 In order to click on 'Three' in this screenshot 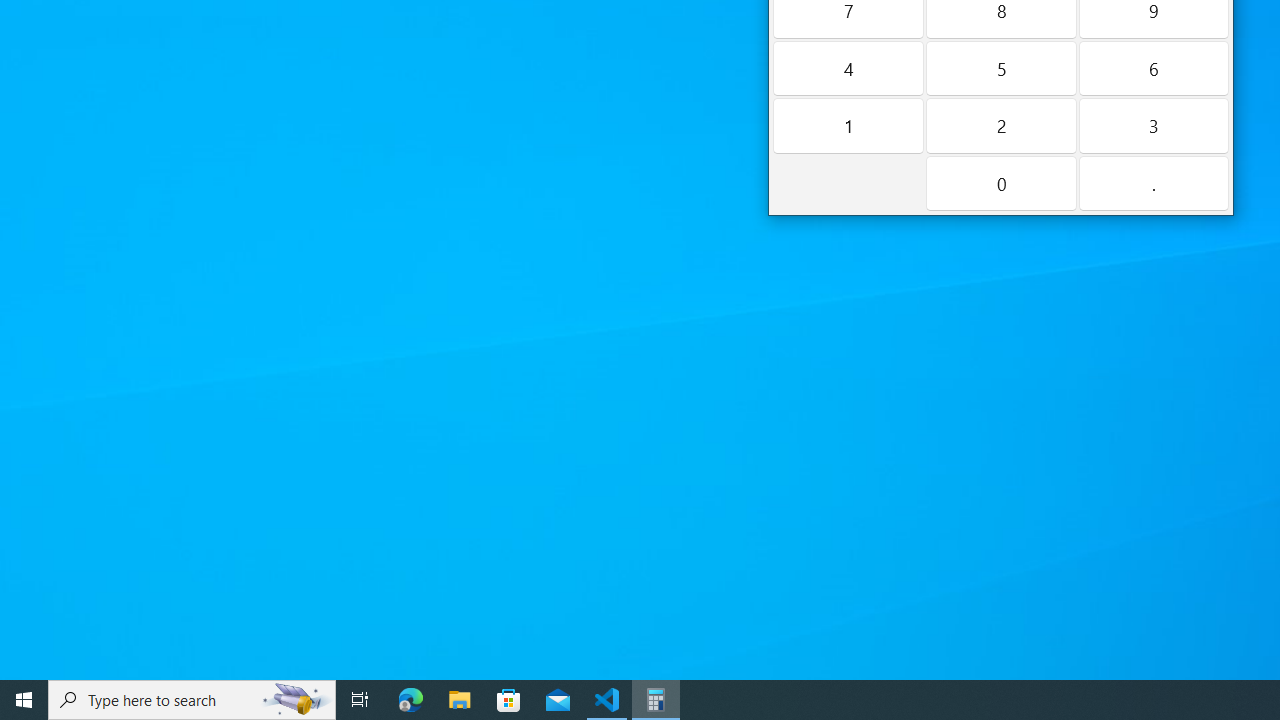, I will do `click(1153, 125)`.